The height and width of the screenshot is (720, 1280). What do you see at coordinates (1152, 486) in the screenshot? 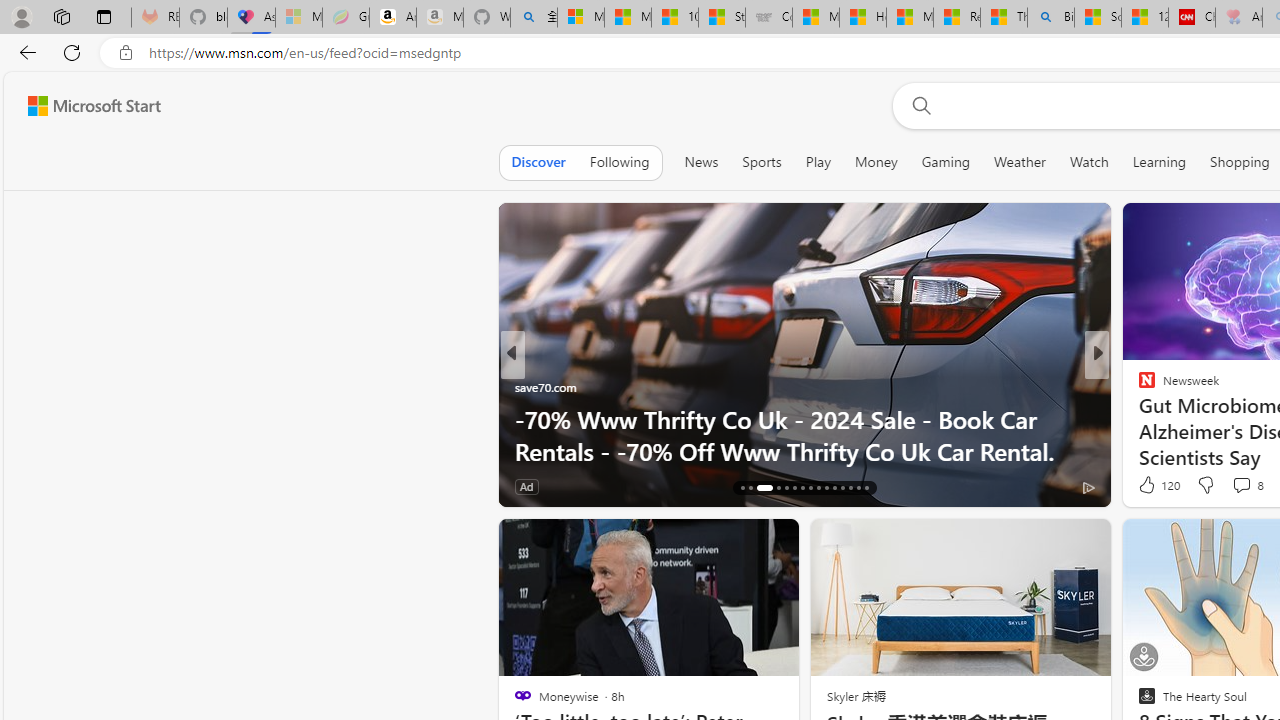
I see `'799 Like'` at bounding box center [1152, 486].